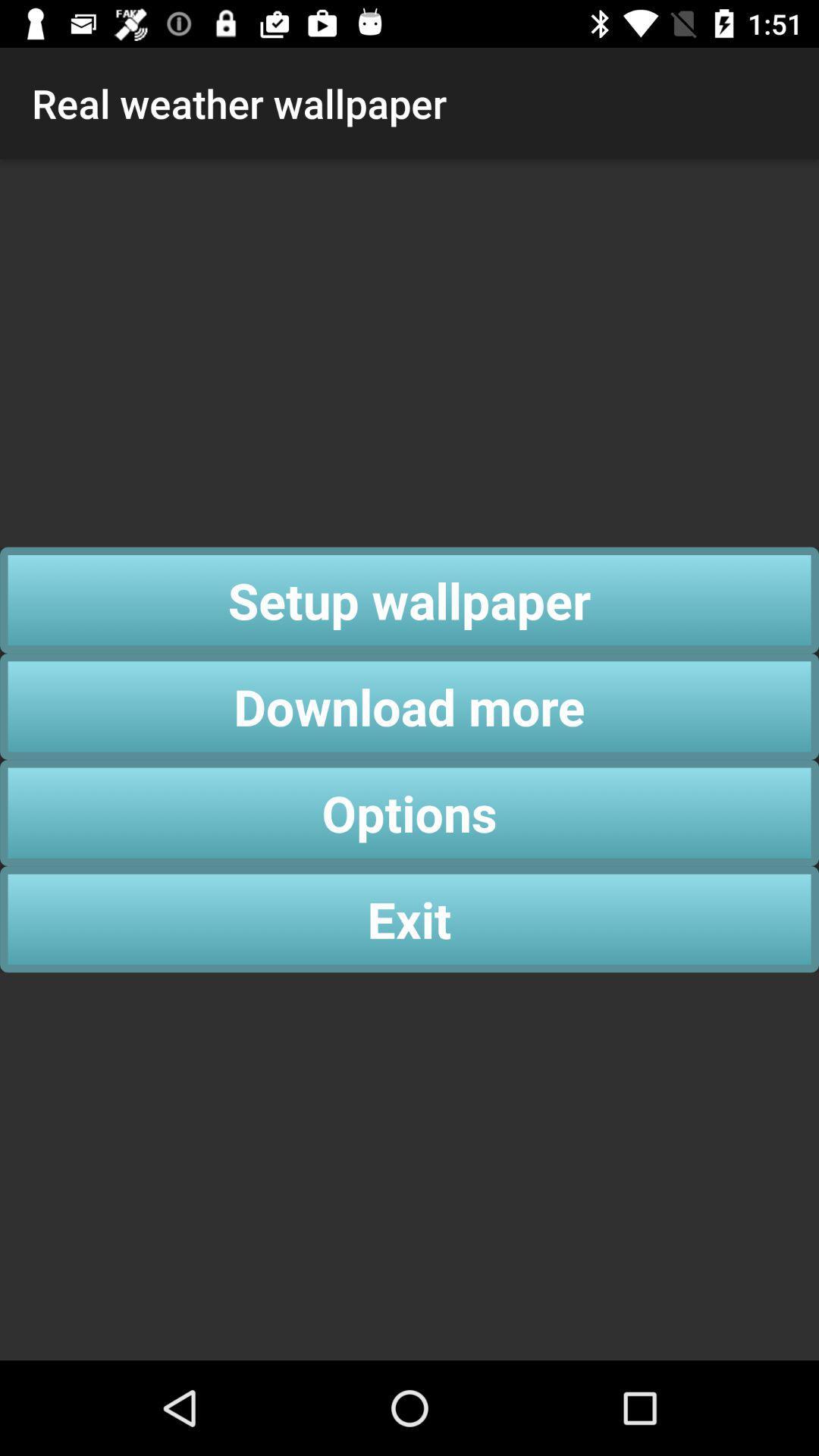 The image size is (819, 1456). I want to click on the icon below options item, so click(409, 918).